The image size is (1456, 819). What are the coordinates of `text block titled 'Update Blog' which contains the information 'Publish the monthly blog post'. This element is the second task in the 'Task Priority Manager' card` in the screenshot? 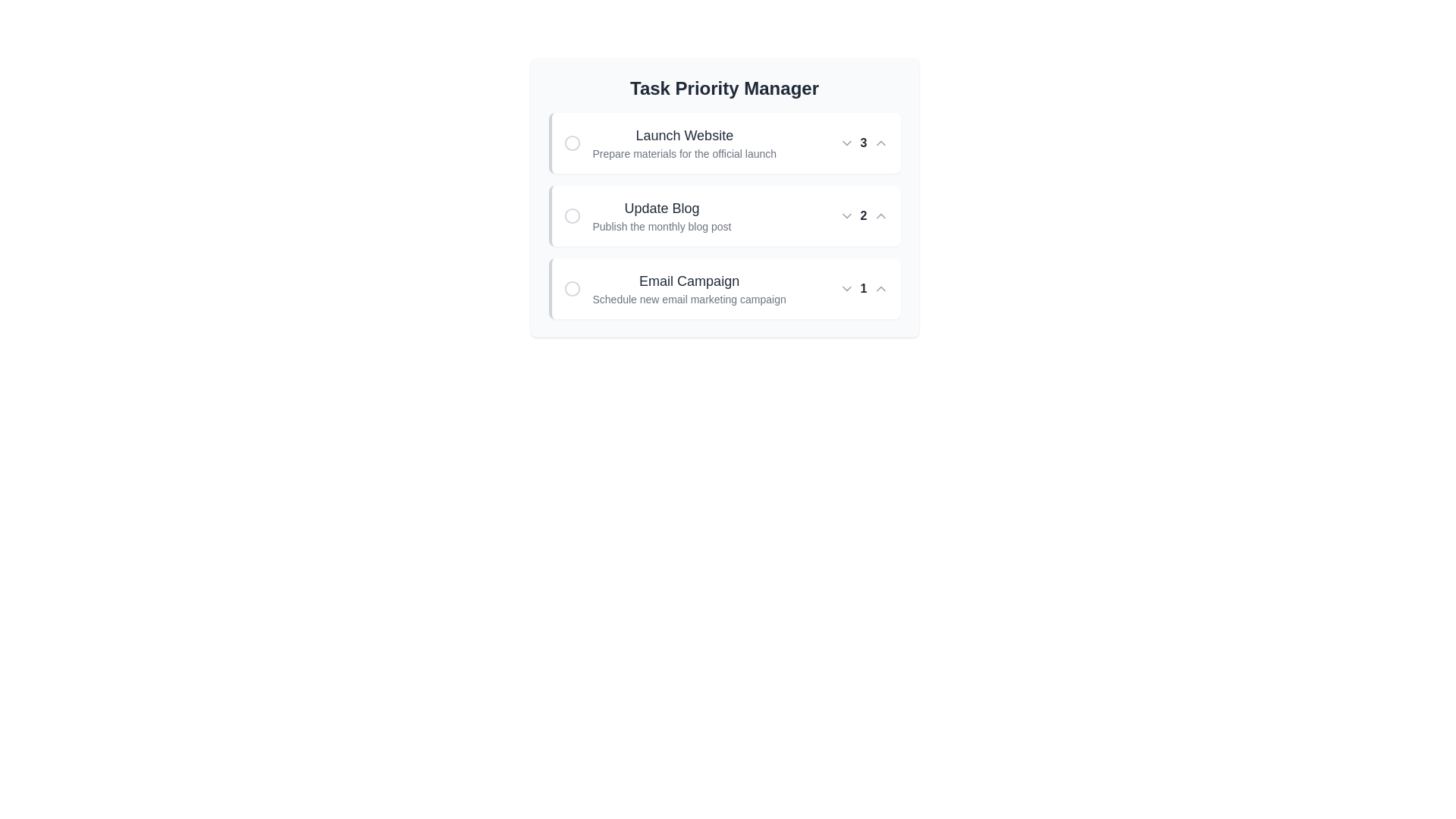 It's located at (662, 216).